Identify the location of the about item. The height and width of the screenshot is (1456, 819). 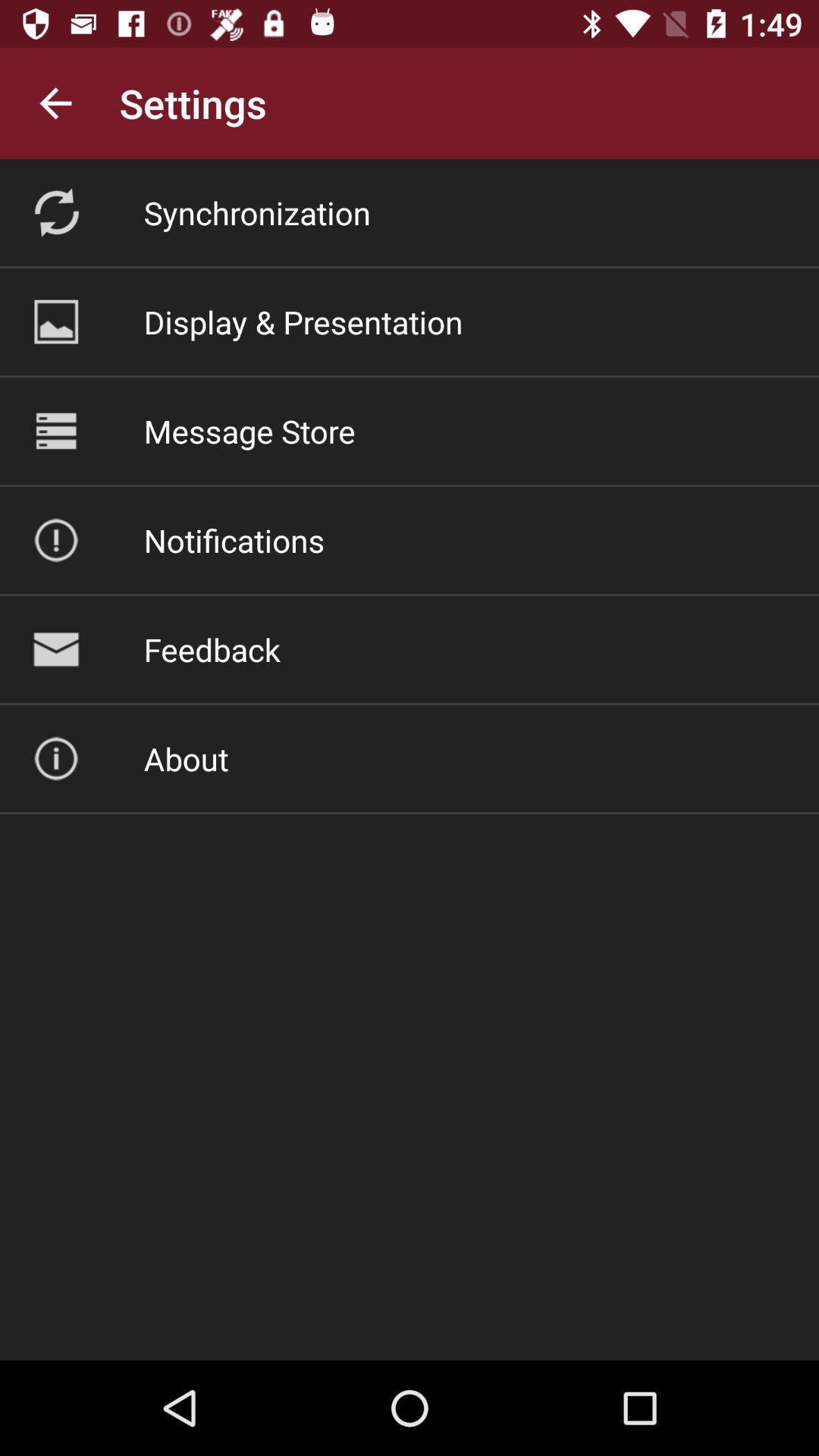
(185, 758).